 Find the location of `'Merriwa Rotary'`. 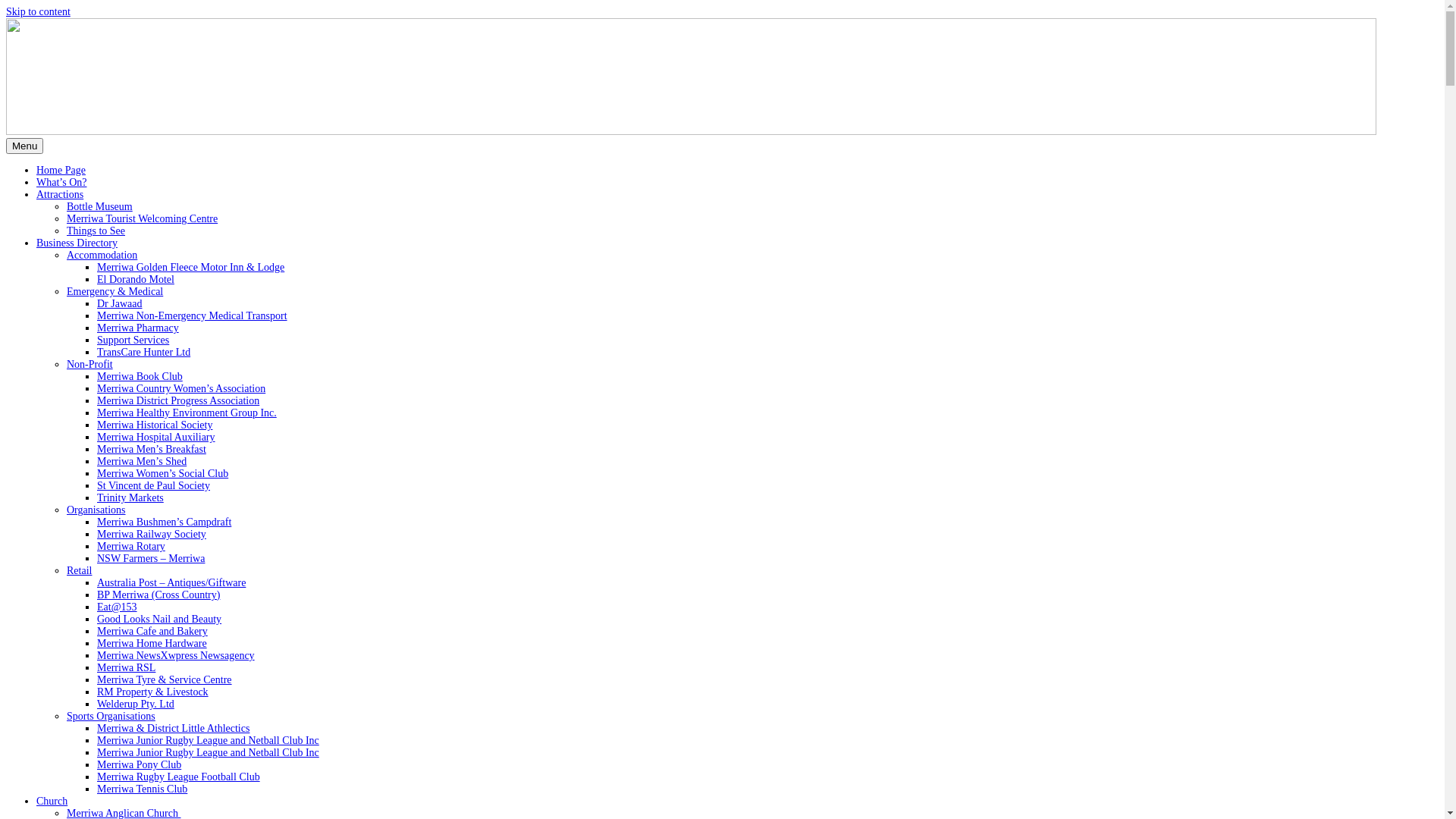

'Merriwa Rotary' is located at coordinates (96, 546).